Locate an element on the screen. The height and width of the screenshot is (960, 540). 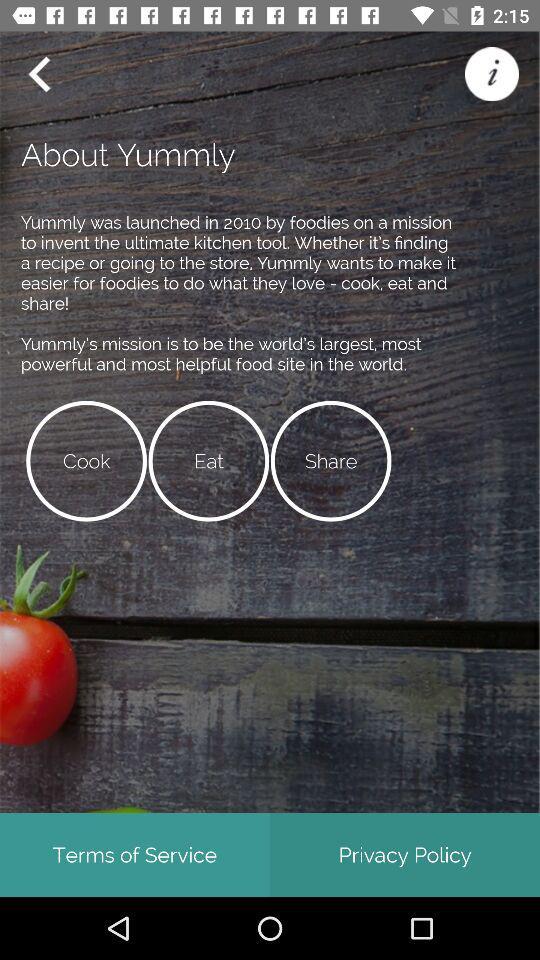
more information is located at coordinates (490, 74).